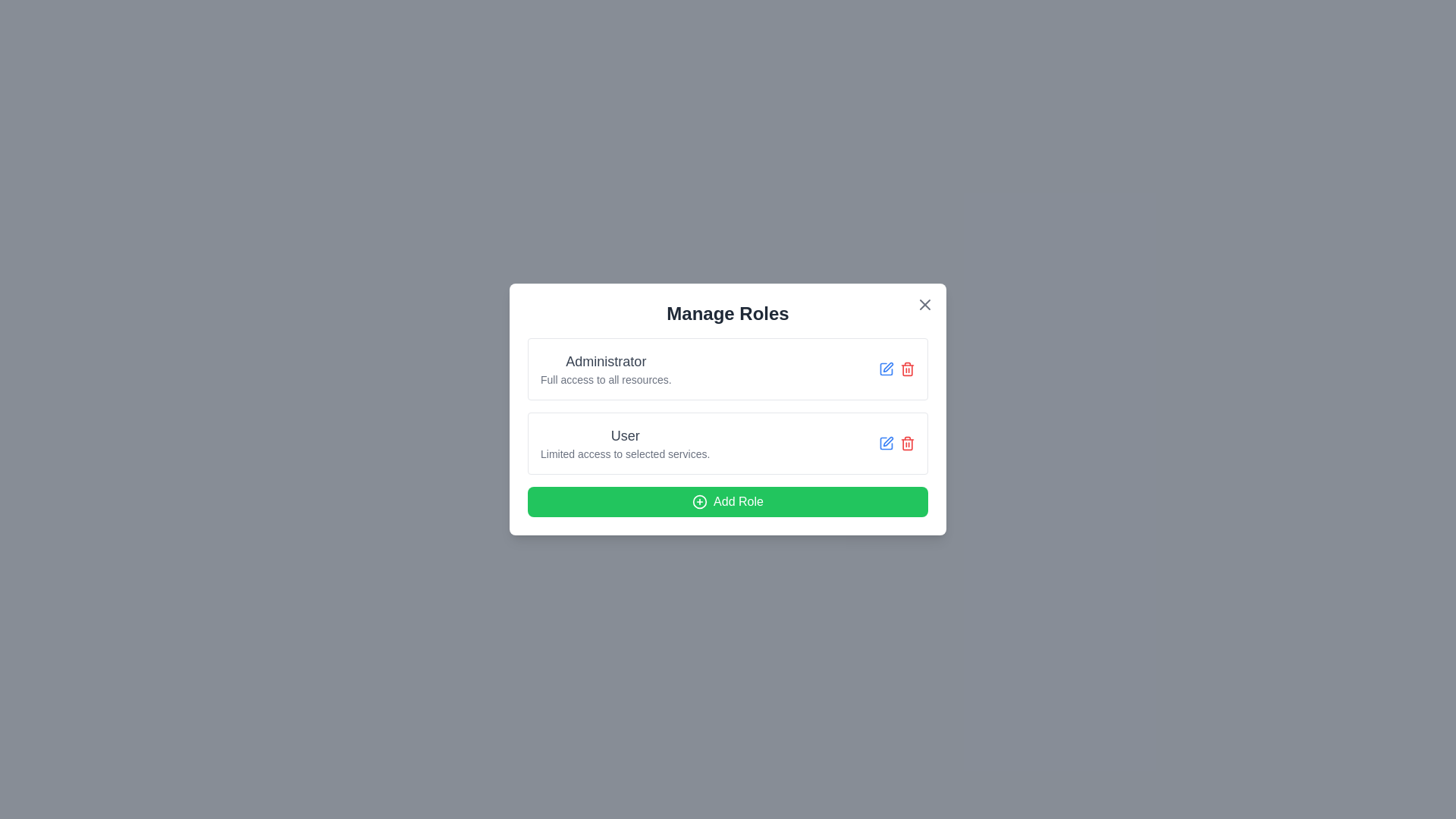  I want to click on the 'Add New Role' button located at the bottom of the 'Manage Roles' card, so click(728, 502).